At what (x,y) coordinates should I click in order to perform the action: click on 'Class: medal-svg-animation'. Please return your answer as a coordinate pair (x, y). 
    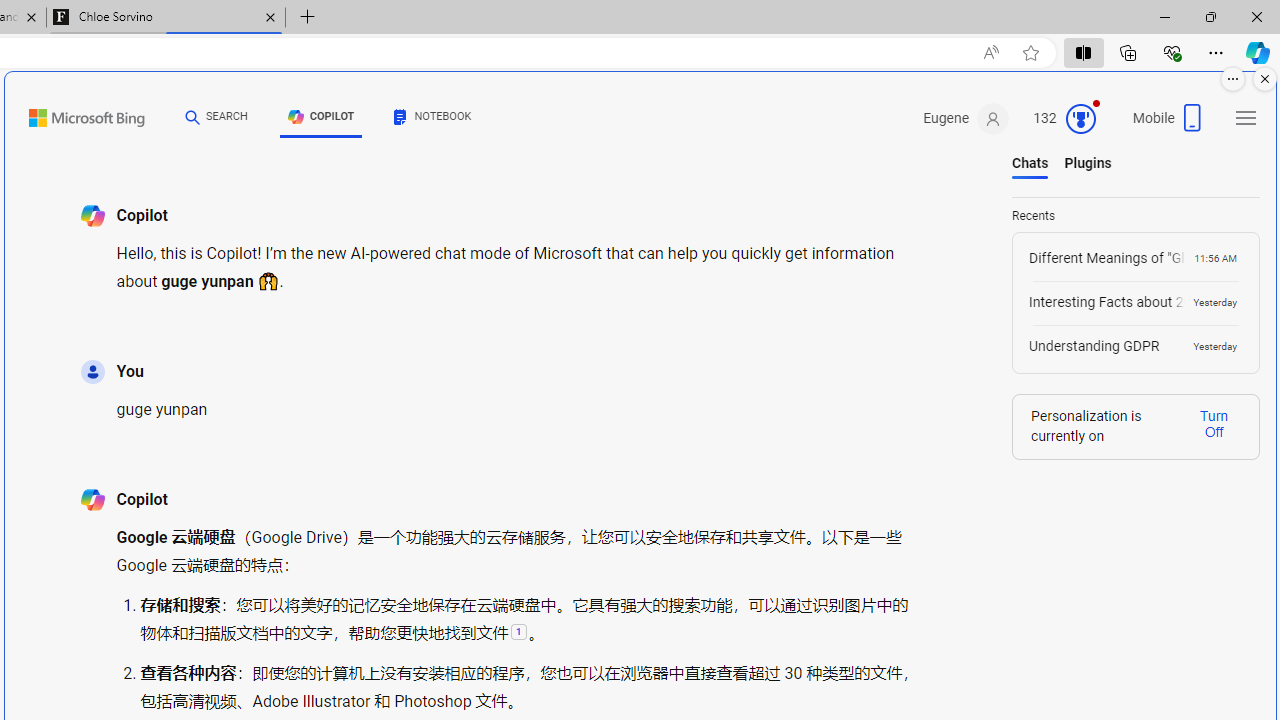
    Looking at the image, I should click on (1079, 119).